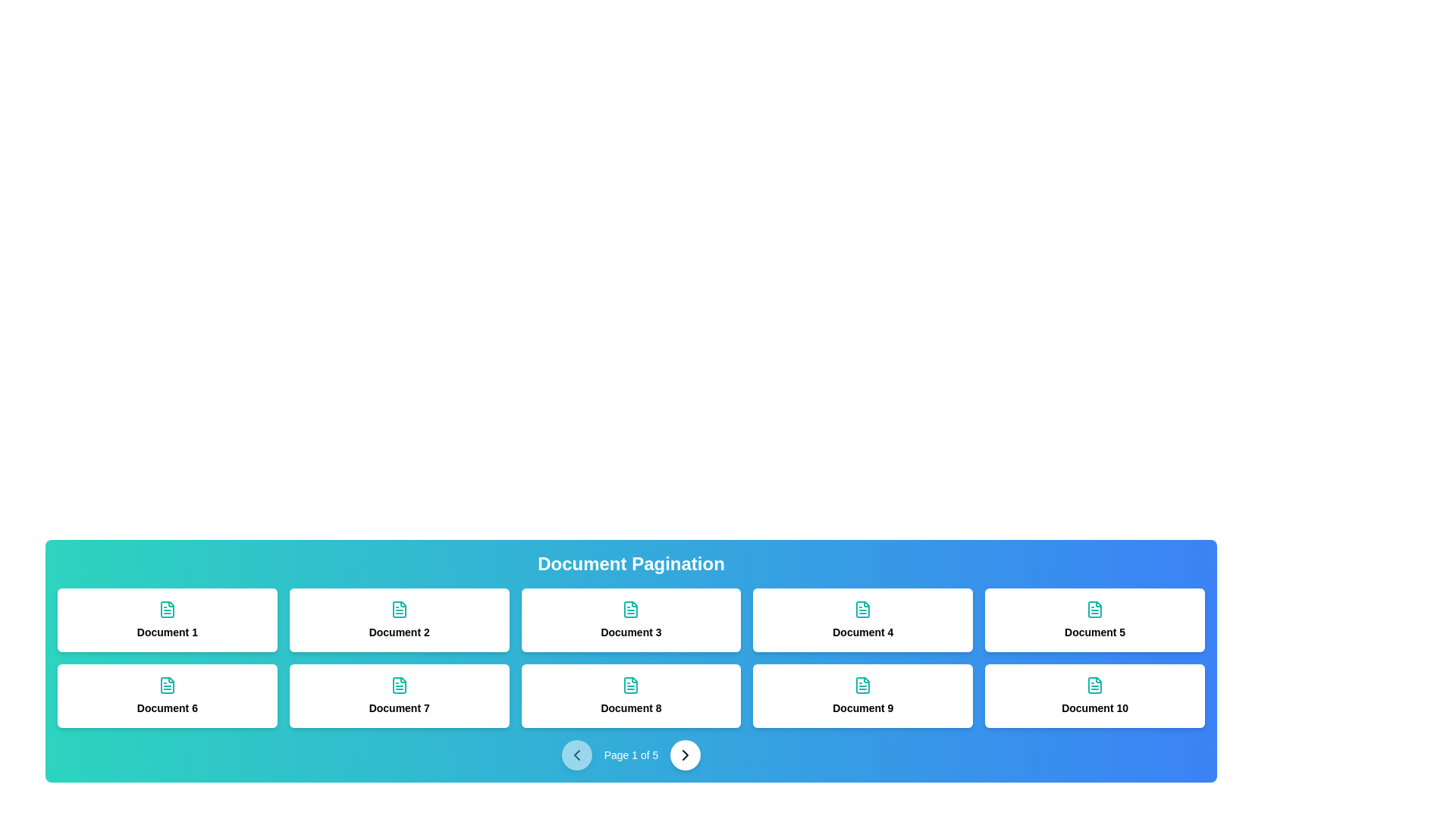  I want to click on the button labeled 'Document 3', which is a rectangular button with rounded corners, a white background, and a blue-green file icon above bold black text, so click(631, 620).